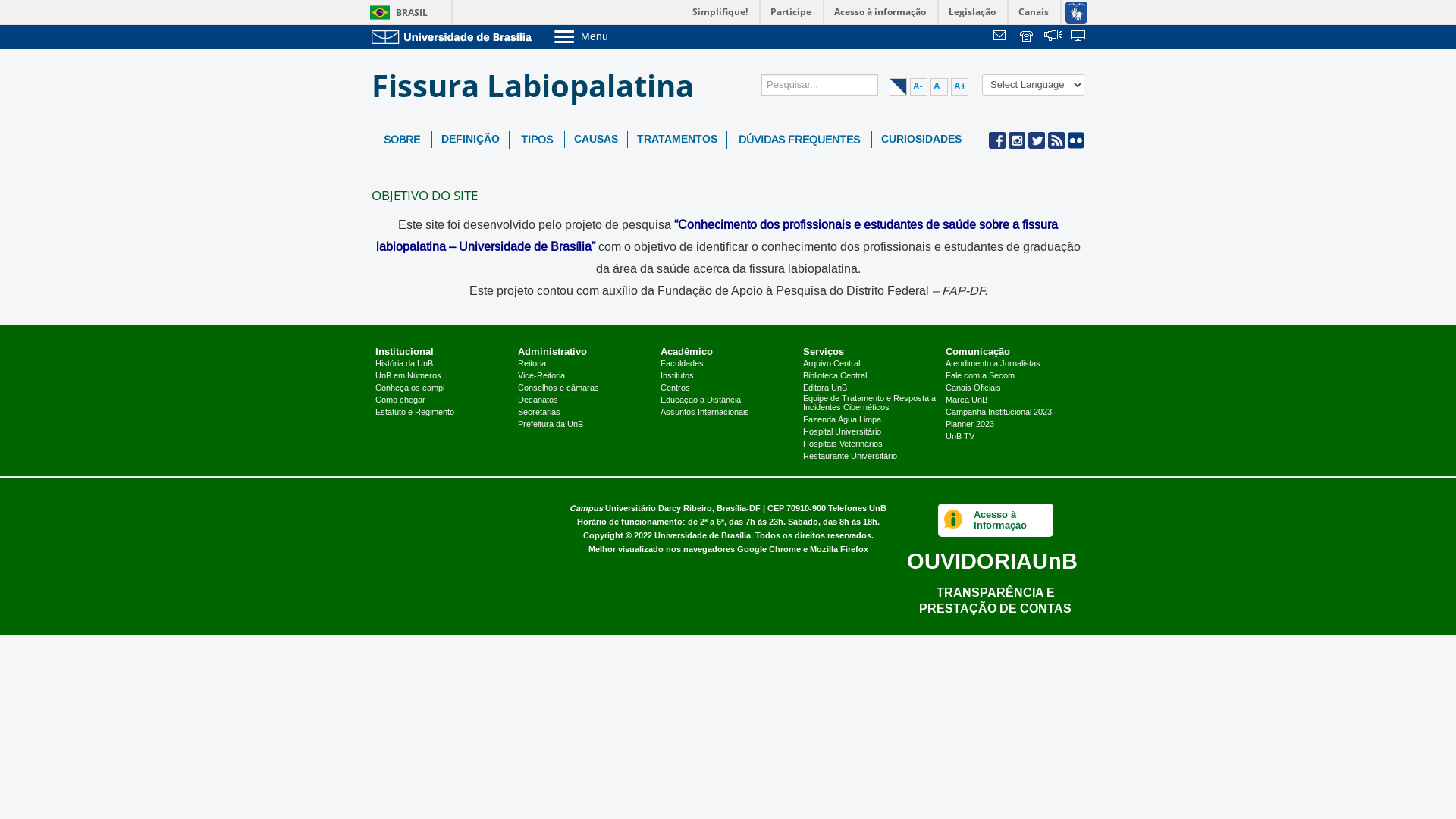  Describe the element at coordinates (920, 140) in the screenshot. I see `'CURIOSIDADES'` at that location.